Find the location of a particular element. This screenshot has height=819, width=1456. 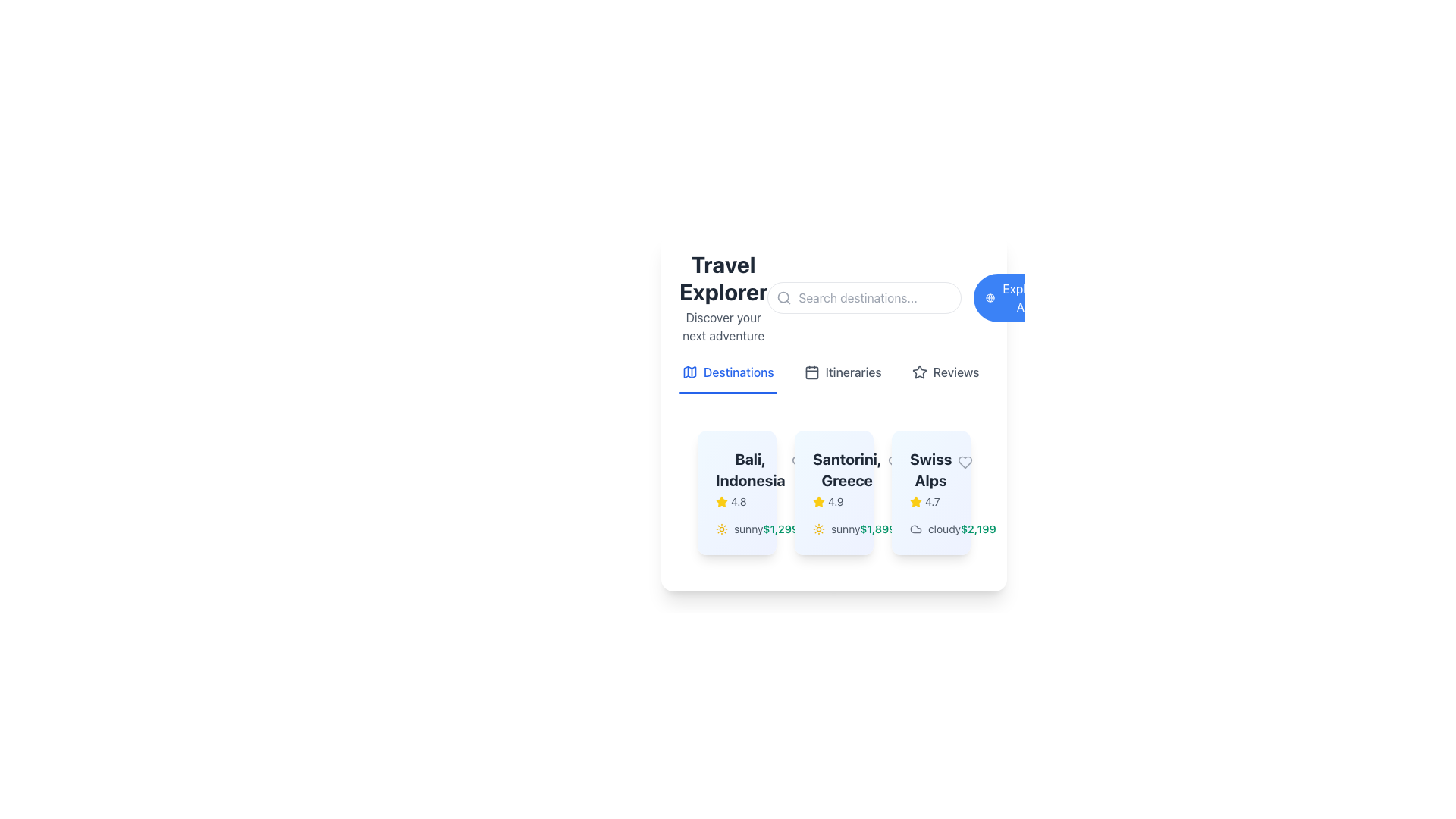

the weather label with icon located below the title 'Bali, Indonesia' and the rating star icon for additional actions is located at coordinates (739, 529).